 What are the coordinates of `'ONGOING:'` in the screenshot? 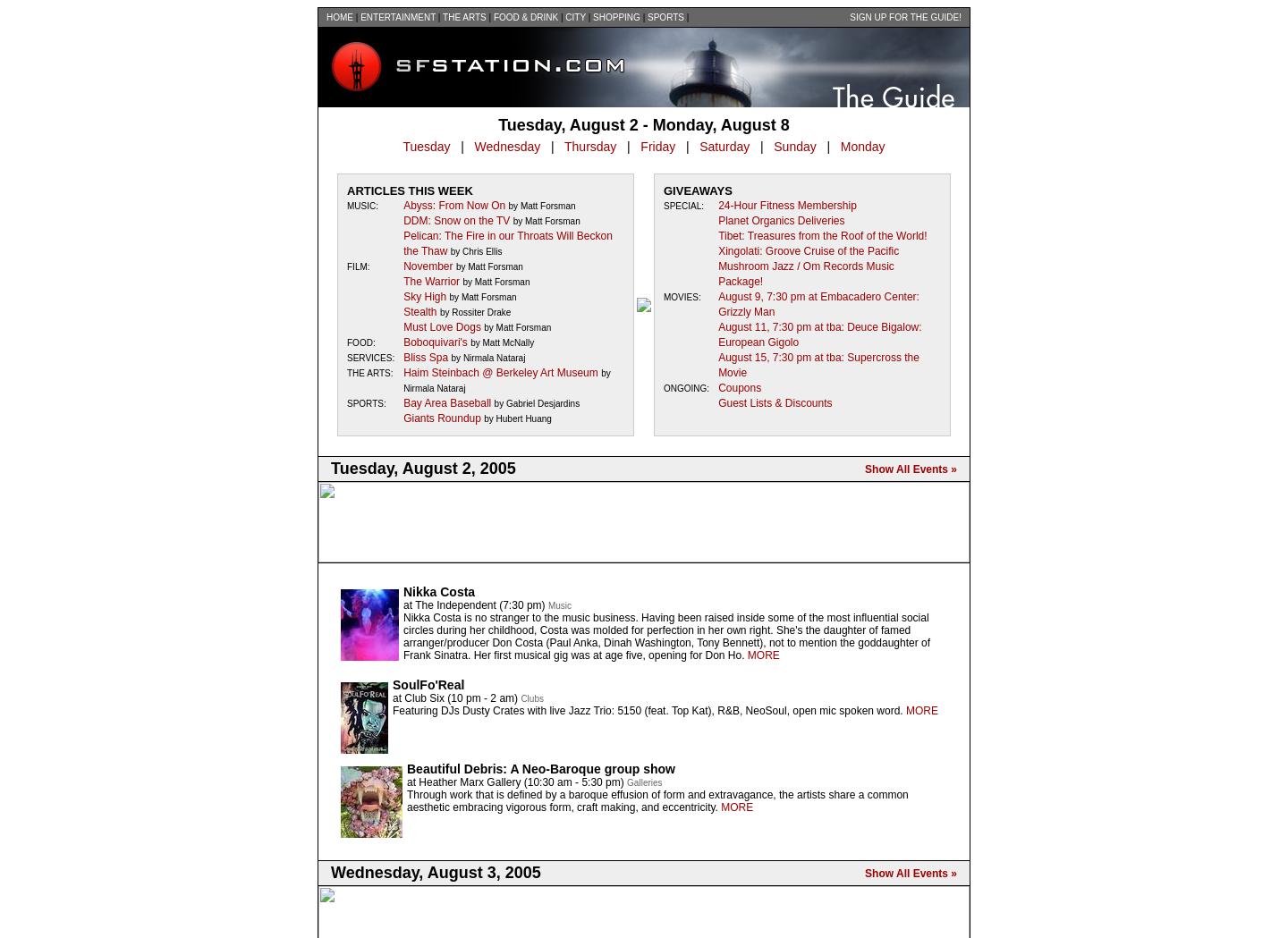 It's located at (685, 387).